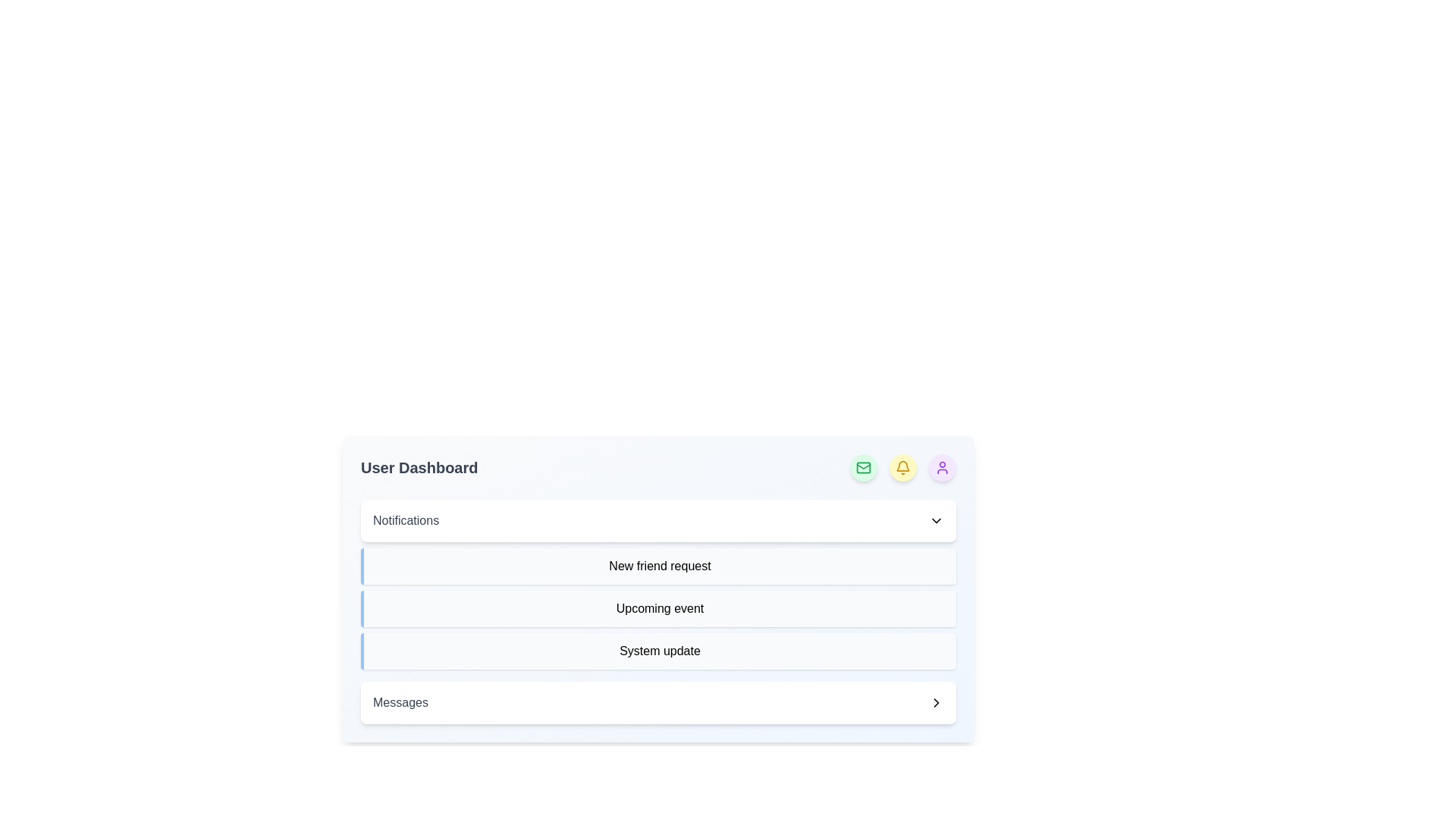 Image resolution: width=1456 pixels, height=819 pixels. Describe the element at coordinates (658, 610) in the screenshot. I see `the 'Upcoming event' list item, which is the second option in the Notifications section` at that location.